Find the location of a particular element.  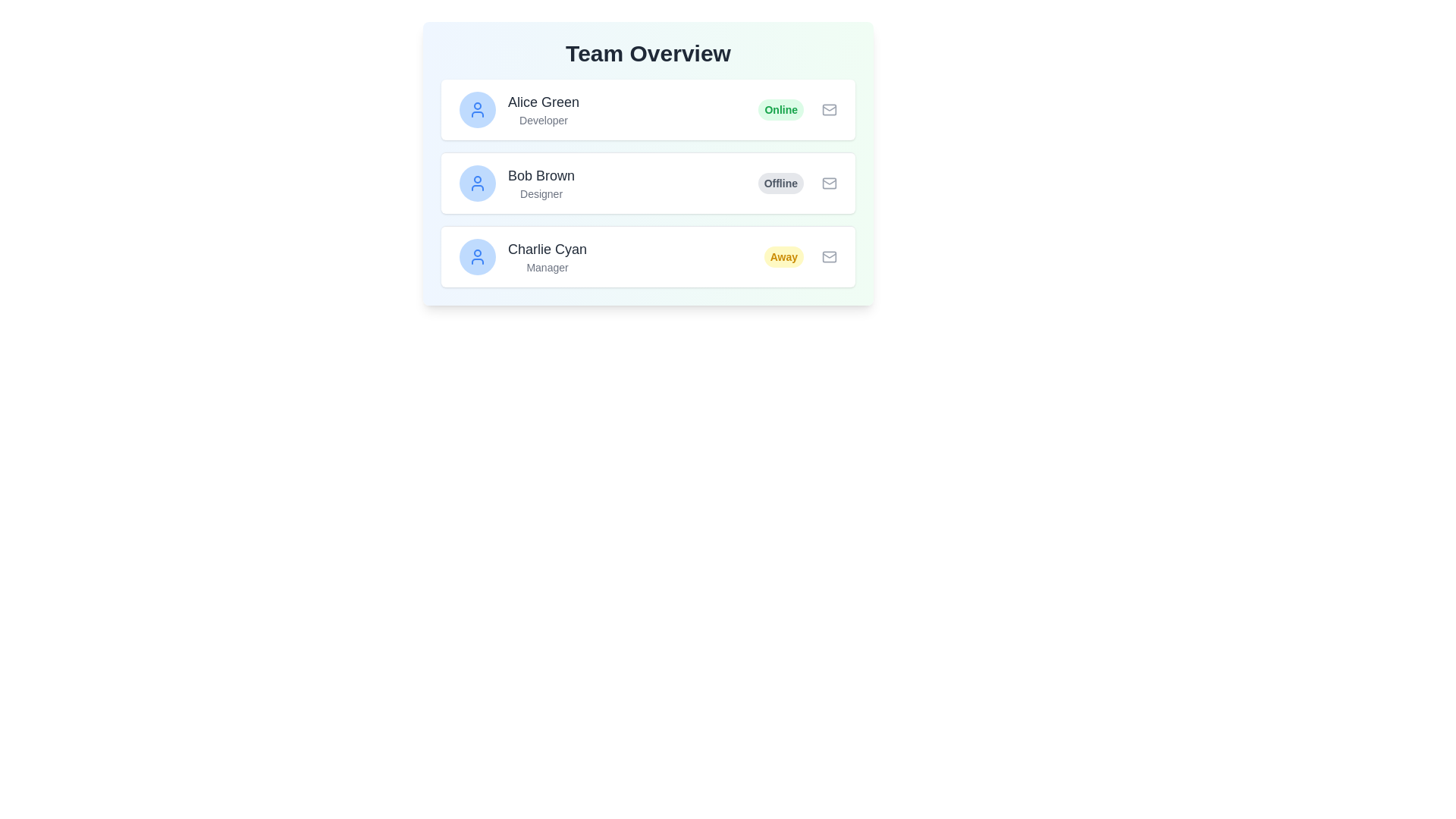

the Text Label displaying 'Charlie Cyan' in the Team Overview section, which identifies the team member's name above the role designation 'Manager' is located at coordinates (547, 248).